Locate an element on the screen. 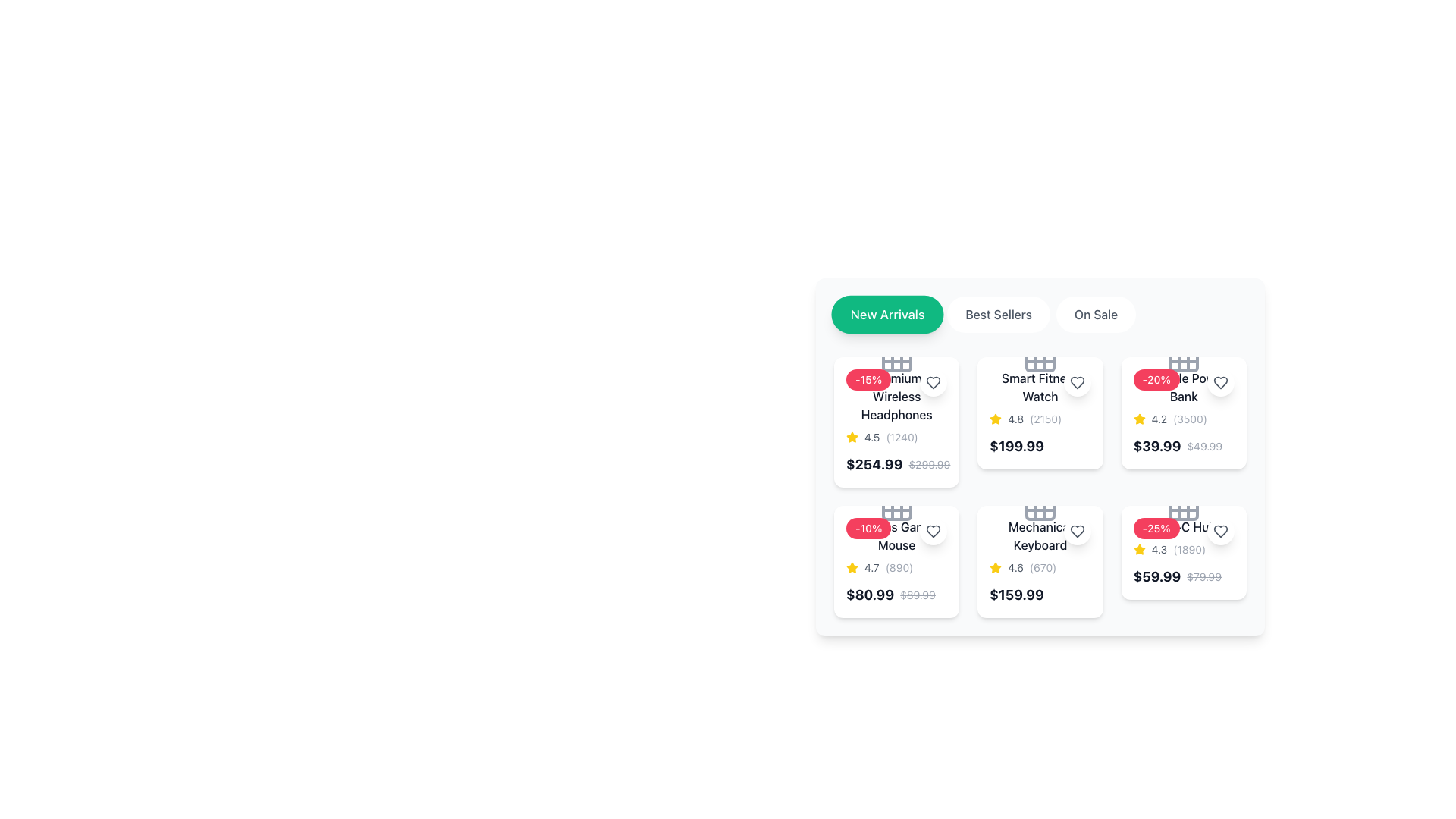  the rating display element that includes a yellow star icon and the text '4.2' with '(3500)' indicating the number of ratings, located below the 'Portable Power Bank' item's title is located at coordinates (1183, 419).